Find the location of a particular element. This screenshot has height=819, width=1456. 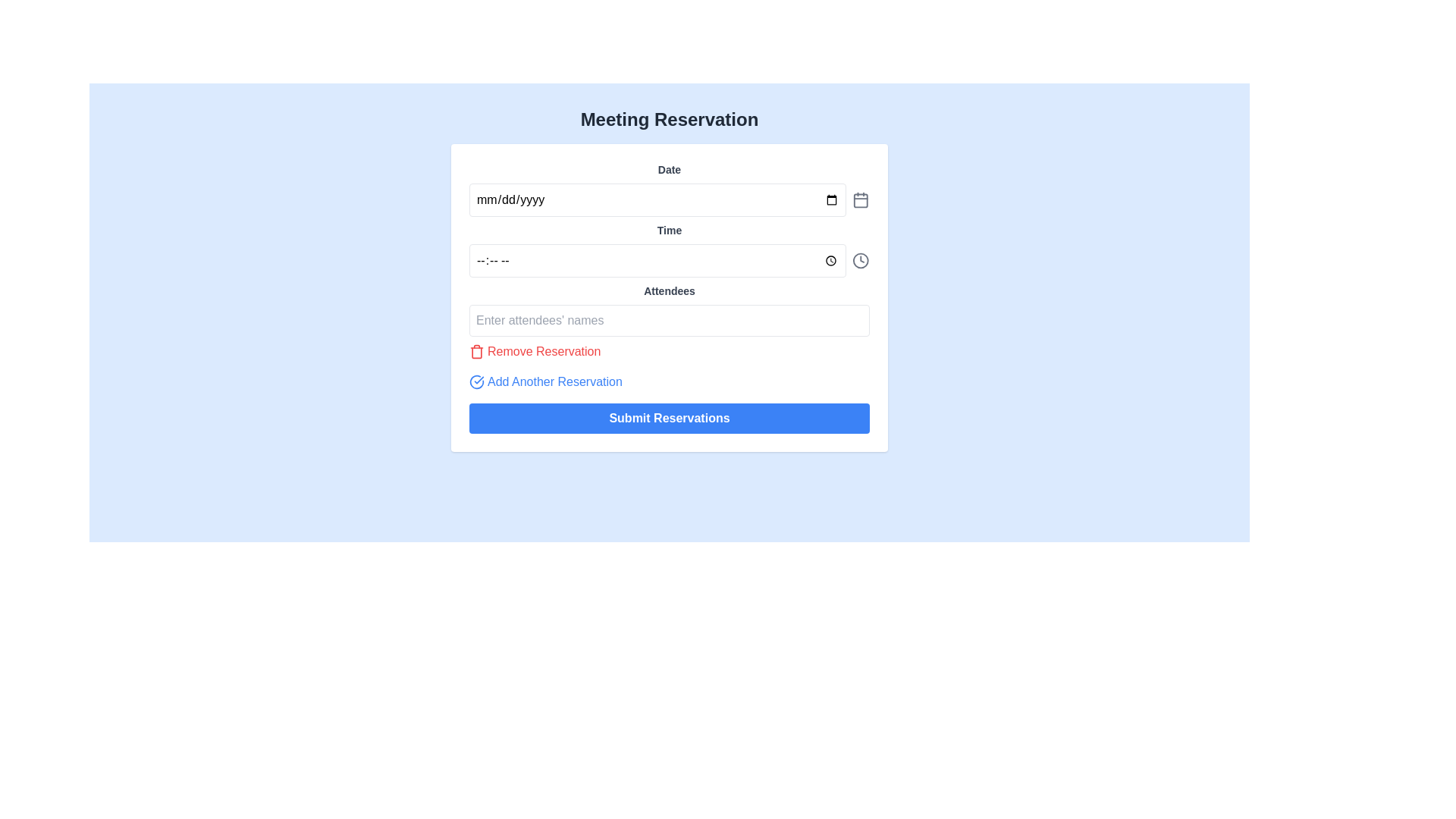

the 'Remove Reservation' button styled in red text with a trash bin icon, located in the bottom section of the 'Attendees' form is located at coordinates (535, 351).